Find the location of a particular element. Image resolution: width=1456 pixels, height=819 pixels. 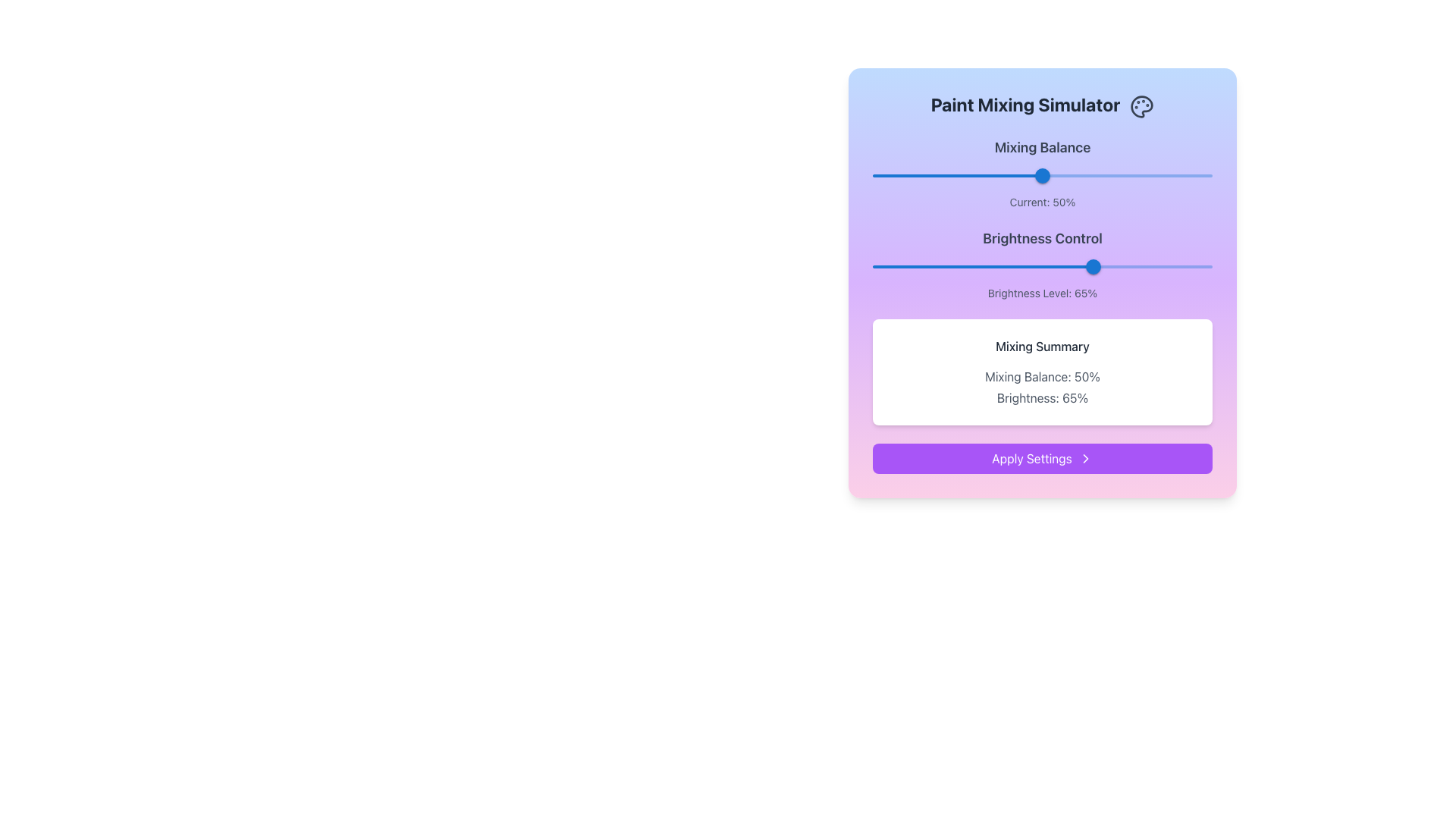

Mixing Balance is located at coordinates (1043, 174).